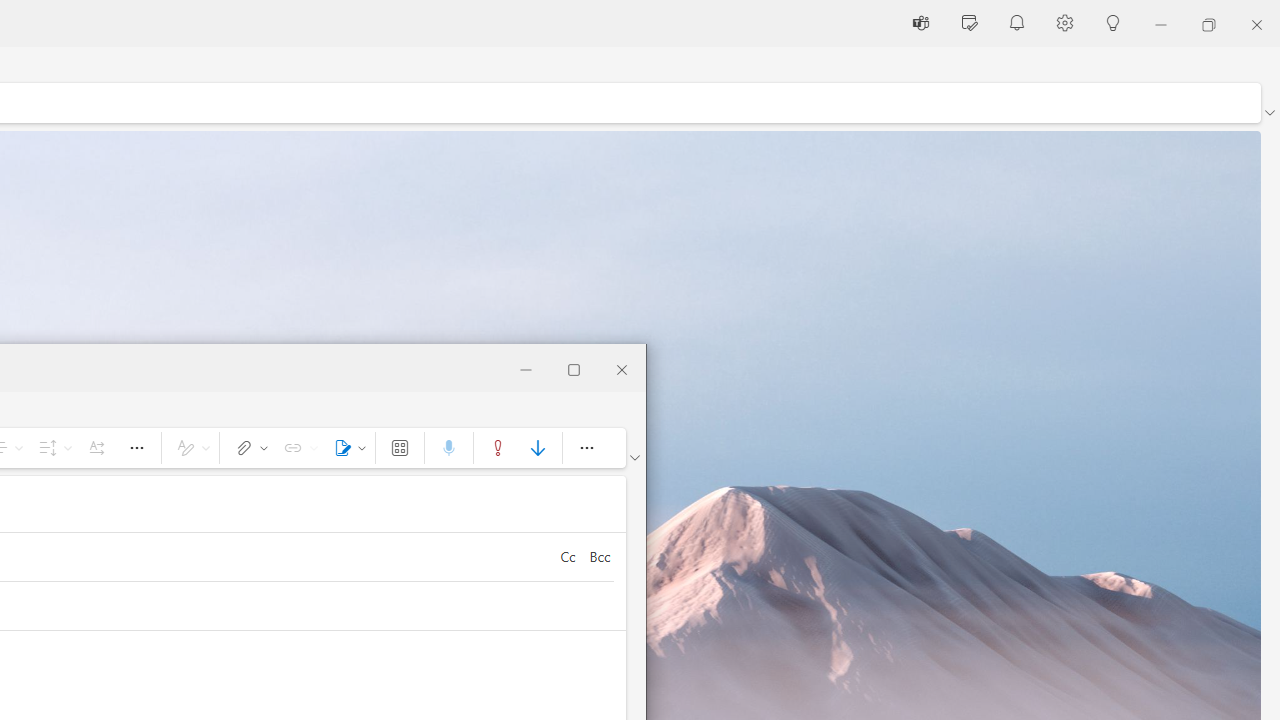 This screenshot has height=720, width=1280. What do you see at coordinates (573, 367) in the screenshot?
I see `'Maximize'` at bounding box center [573, 367].